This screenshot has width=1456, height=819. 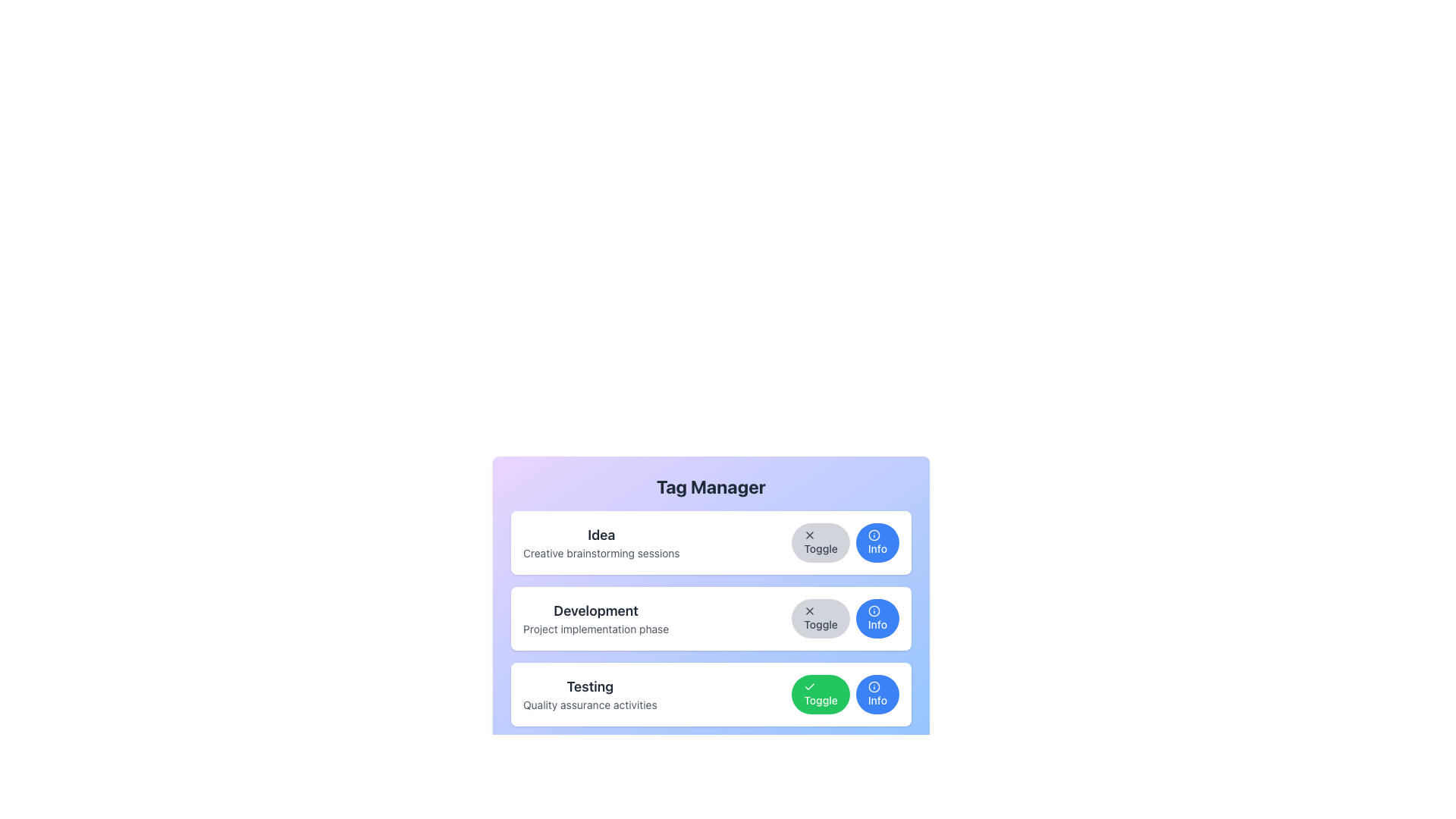 What do you see at coordinates (874, 687) in the screenshot?
I see `the circular graphical icon element within the 'Info' button of the 'Testing' section` at bounding box center [874, 687].